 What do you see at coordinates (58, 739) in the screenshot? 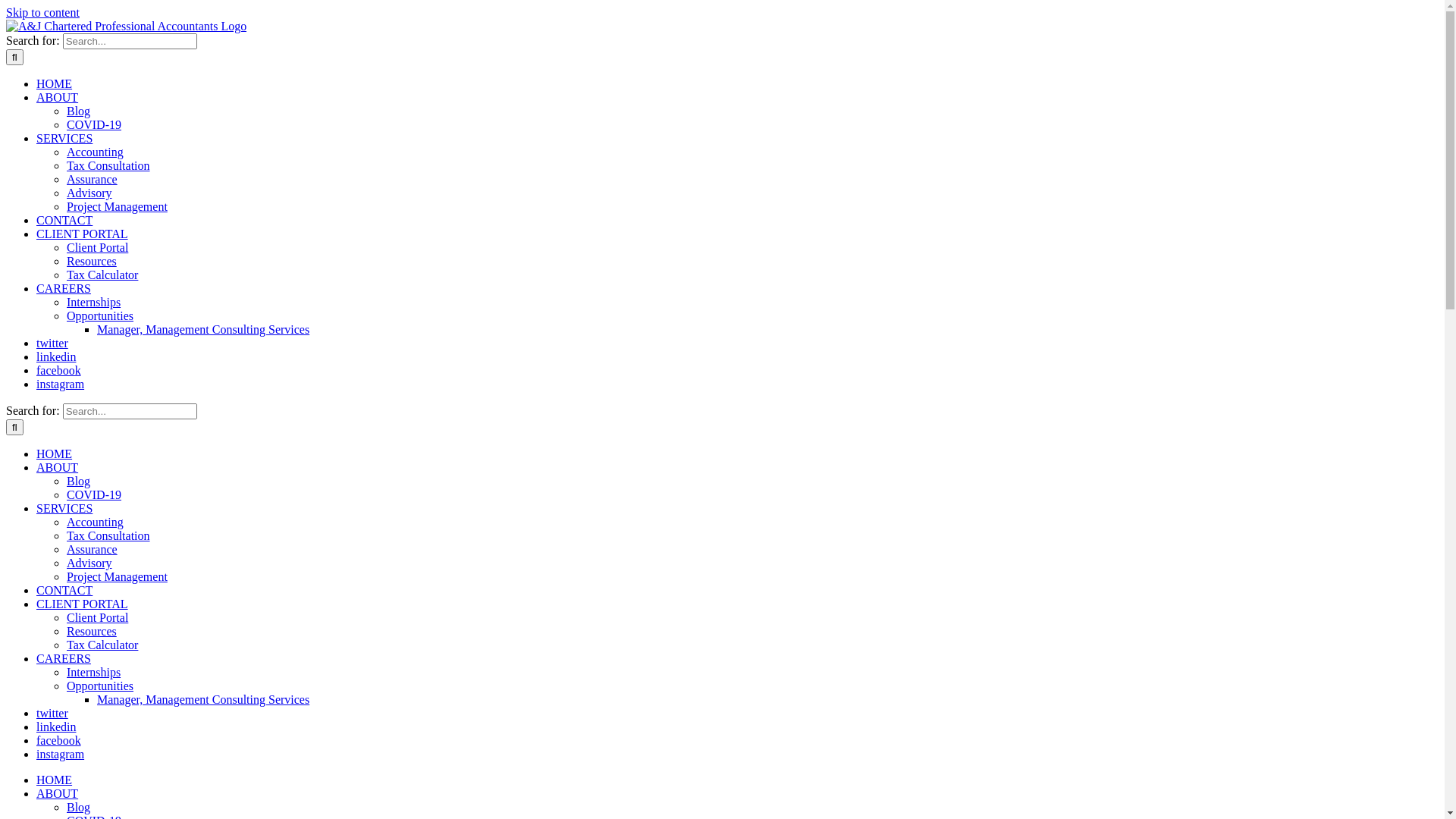
I see `'facebook'` at bounding box center [58, 739].